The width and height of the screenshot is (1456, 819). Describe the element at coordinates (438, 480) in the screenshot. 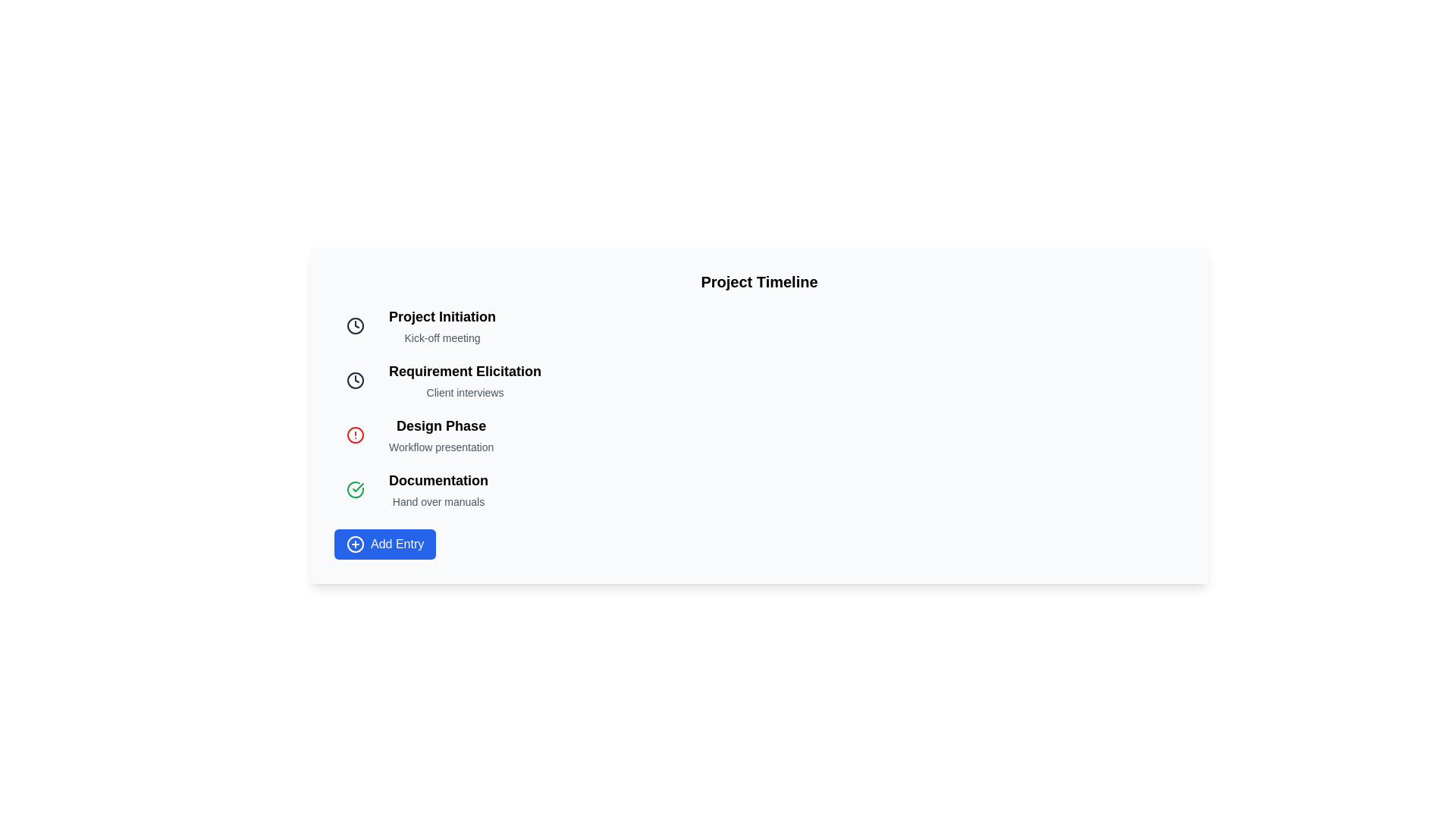

I see `the bold, black text label heading that reads 'Documentation'` at that location.